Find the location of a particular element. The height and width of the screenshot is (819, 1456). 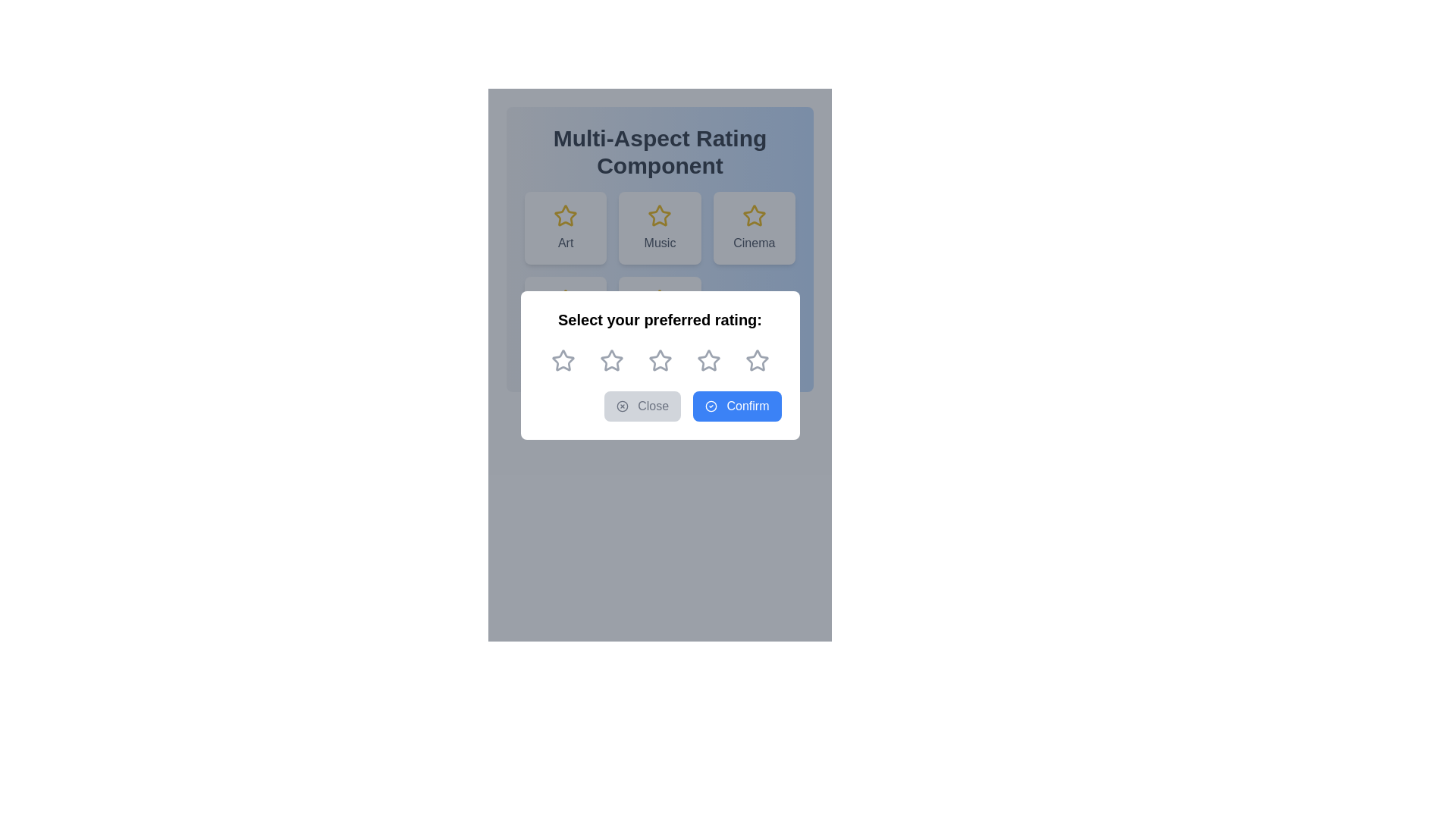

the third star icon in the five-star rating component located in the pop-up modal beneath the title 'Select your preferred rating' is located at coordinates (660, 360).